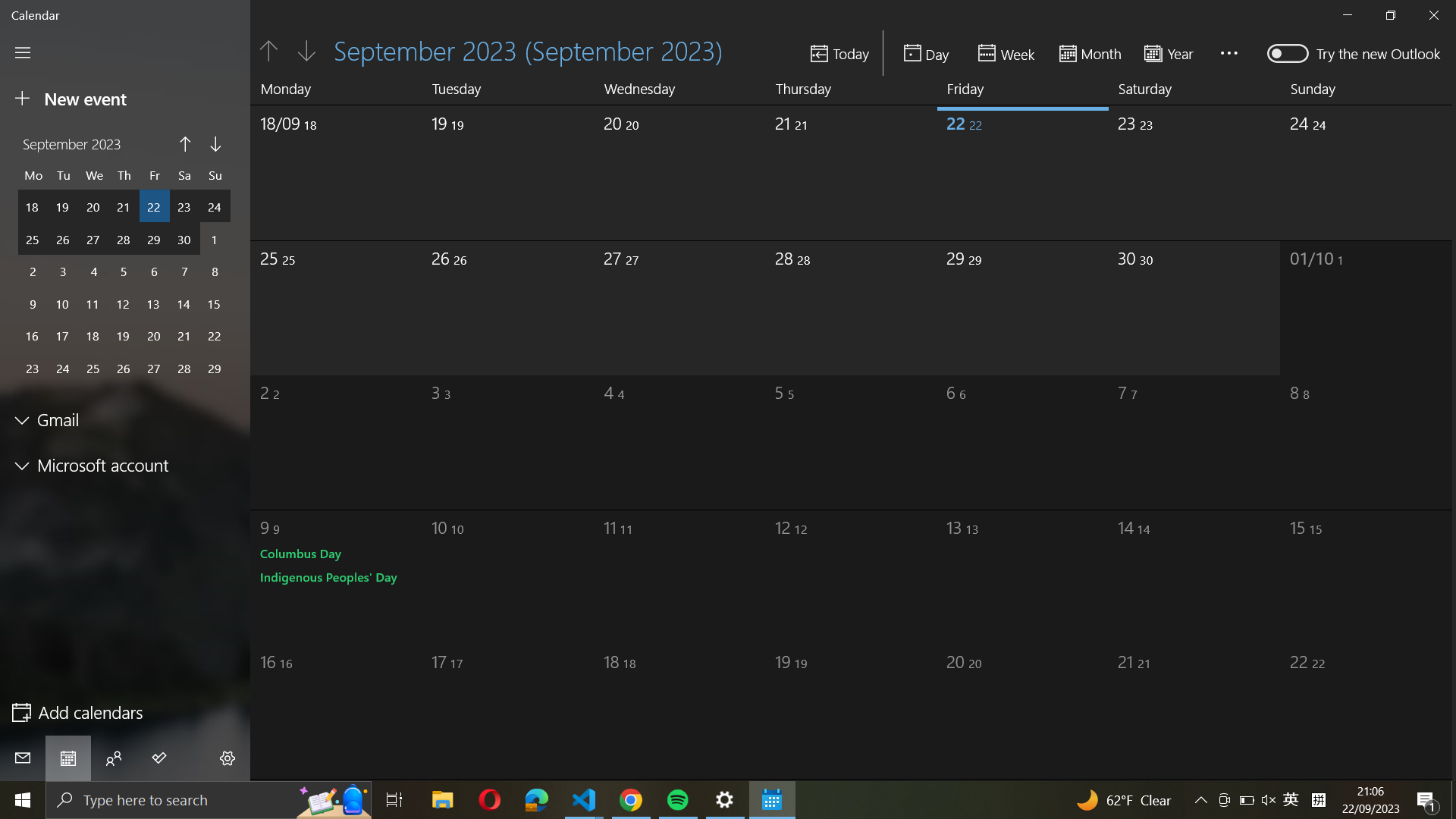  I want to click on Change the view to month, so click(1090, 52).